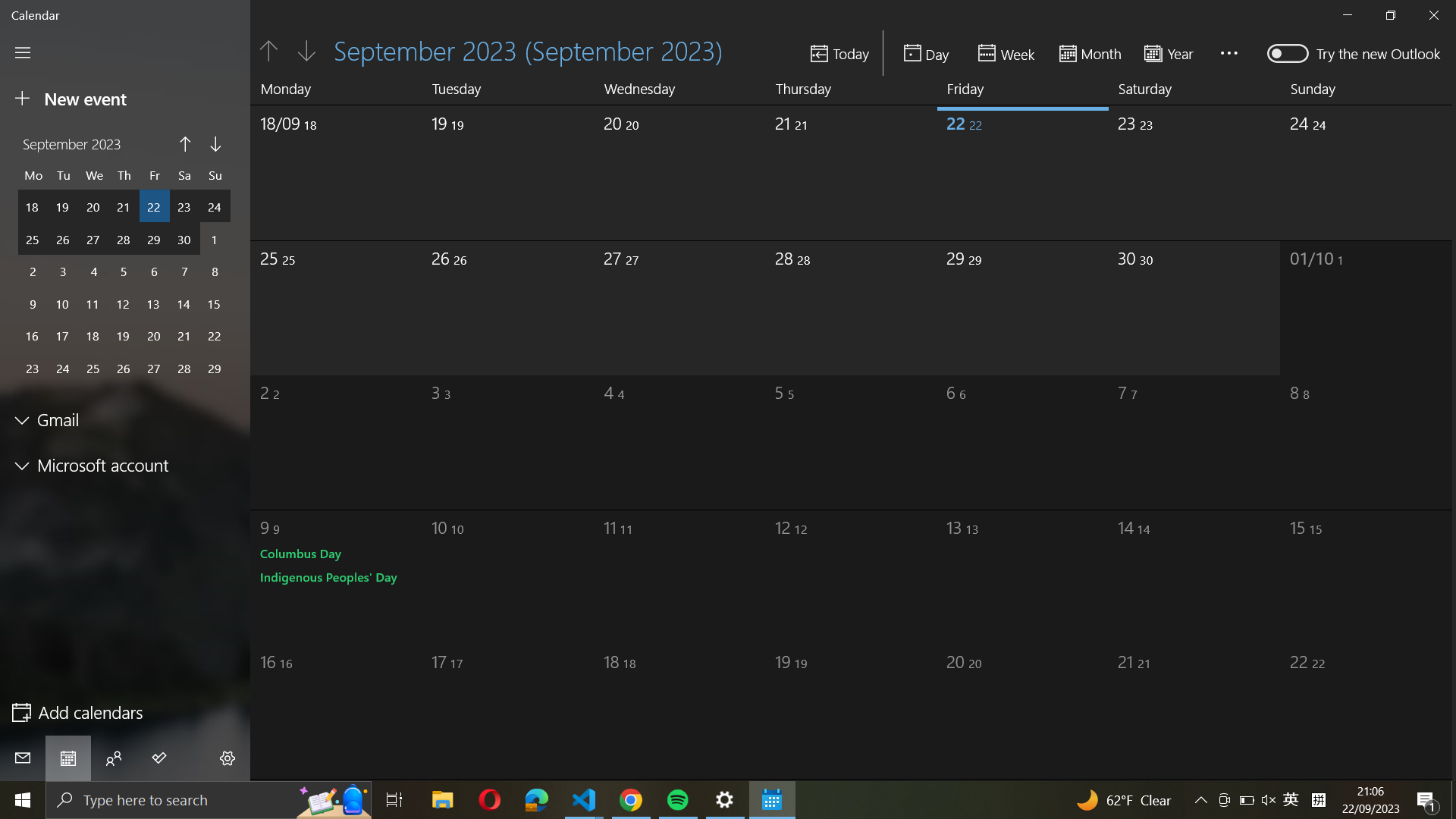  I want to click on Change the view to month, so click(1090, 52).